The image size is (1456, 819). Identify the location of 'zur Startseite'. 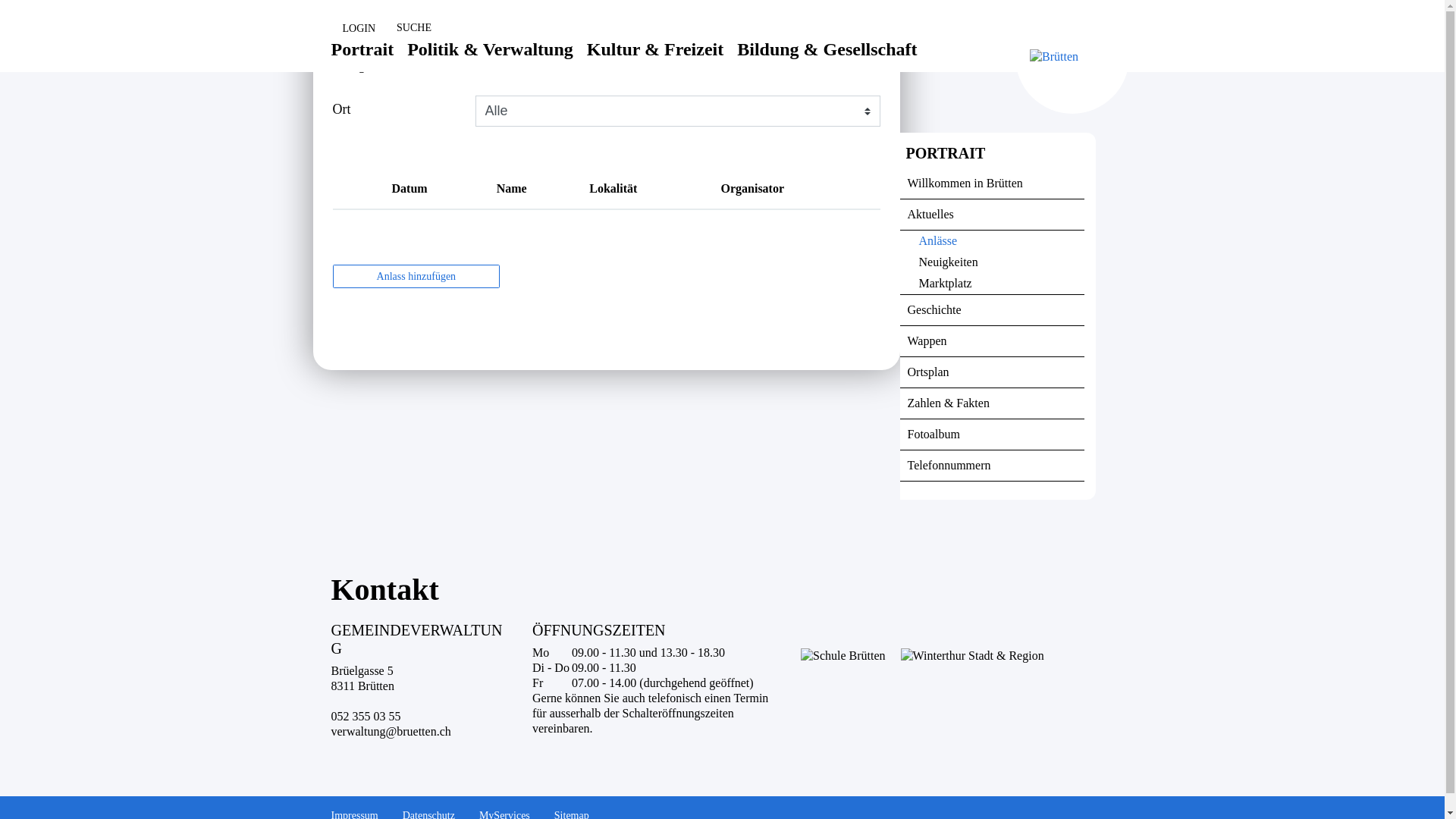
(0, 0).